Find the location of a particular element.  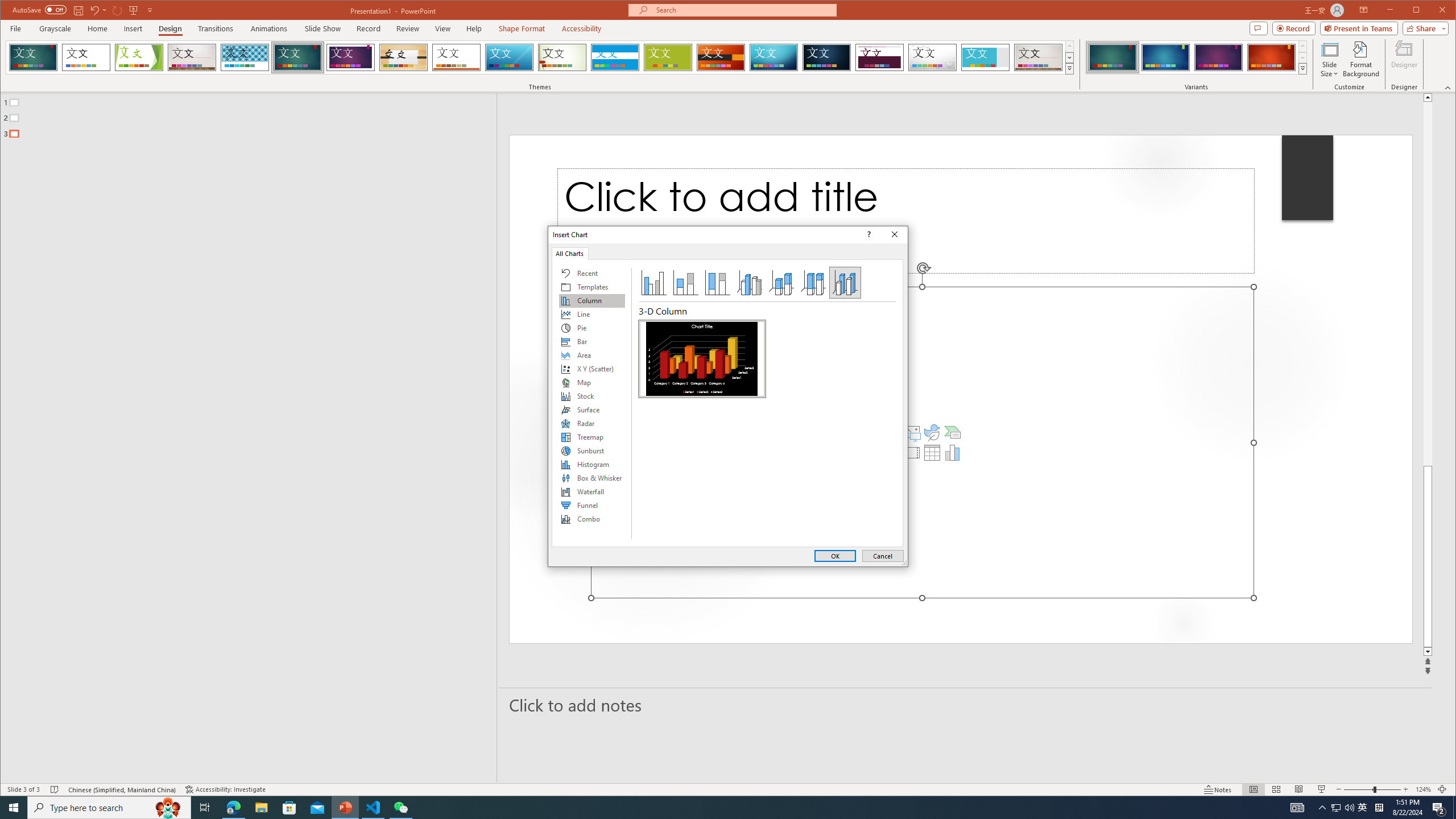

'Ion Variant 1' is located at coordinates (1111, 57).